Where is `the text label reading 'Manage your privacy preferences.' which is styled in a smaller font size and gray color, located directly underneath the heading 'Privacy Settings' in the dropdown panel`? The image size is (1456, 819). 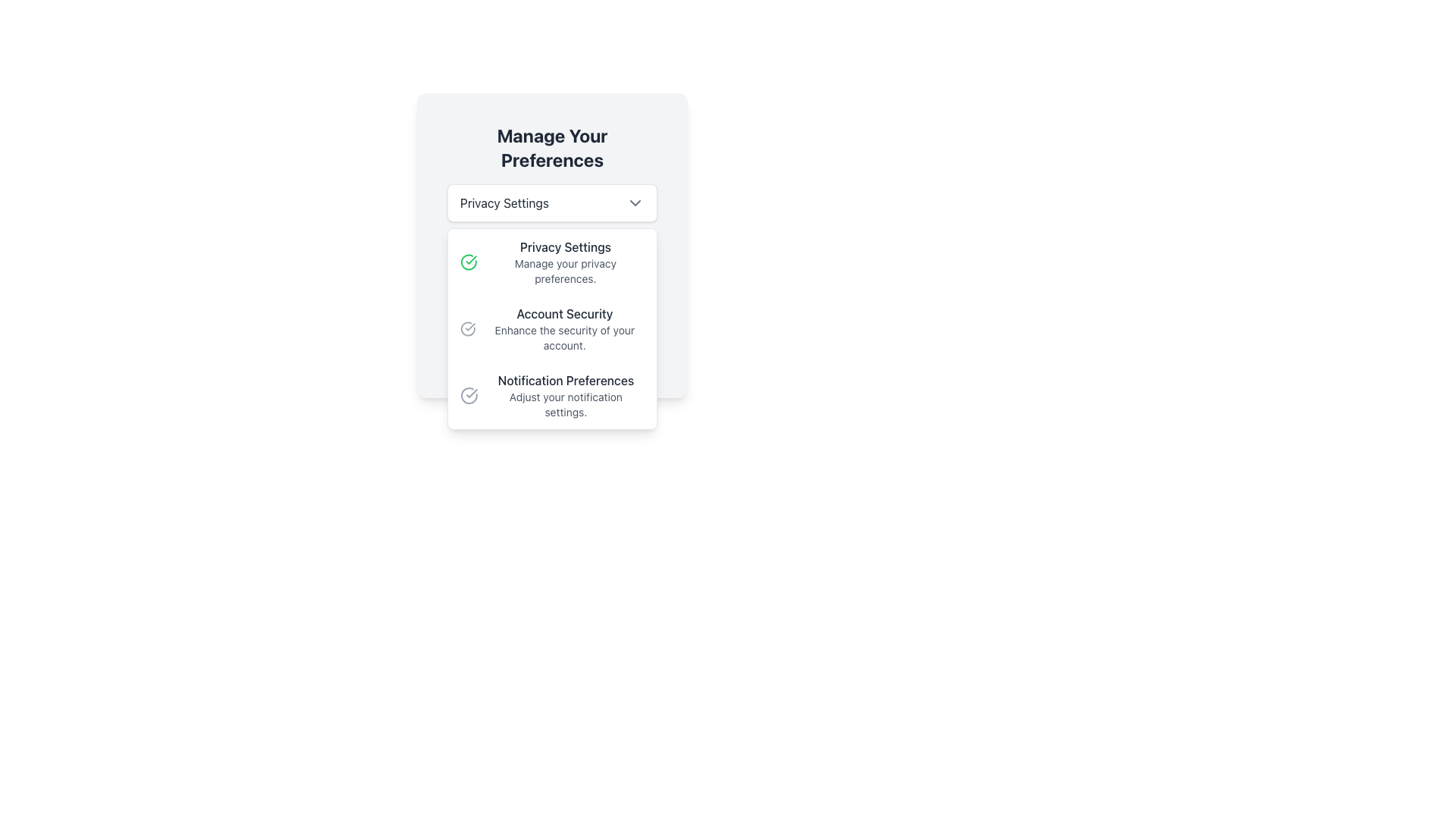 the text label reading 'Manage your privacy preferences.' which is styled in a smaller font size and gray color, located directly underneath the heading 'Privacy Settings' in the dropdown panel is located at coordinates (564, 271).